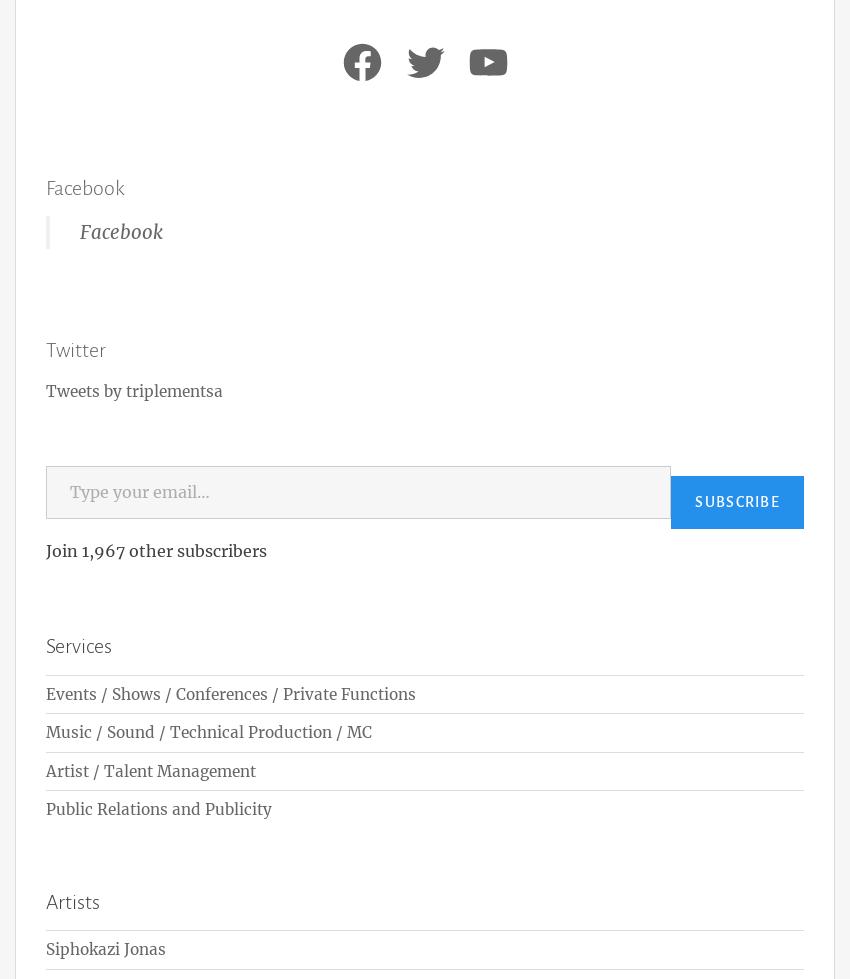 Image resolution: width=850 pixels, height=979 pixels. I want to click on 'Artist / Talent Management', so click(45, 769).